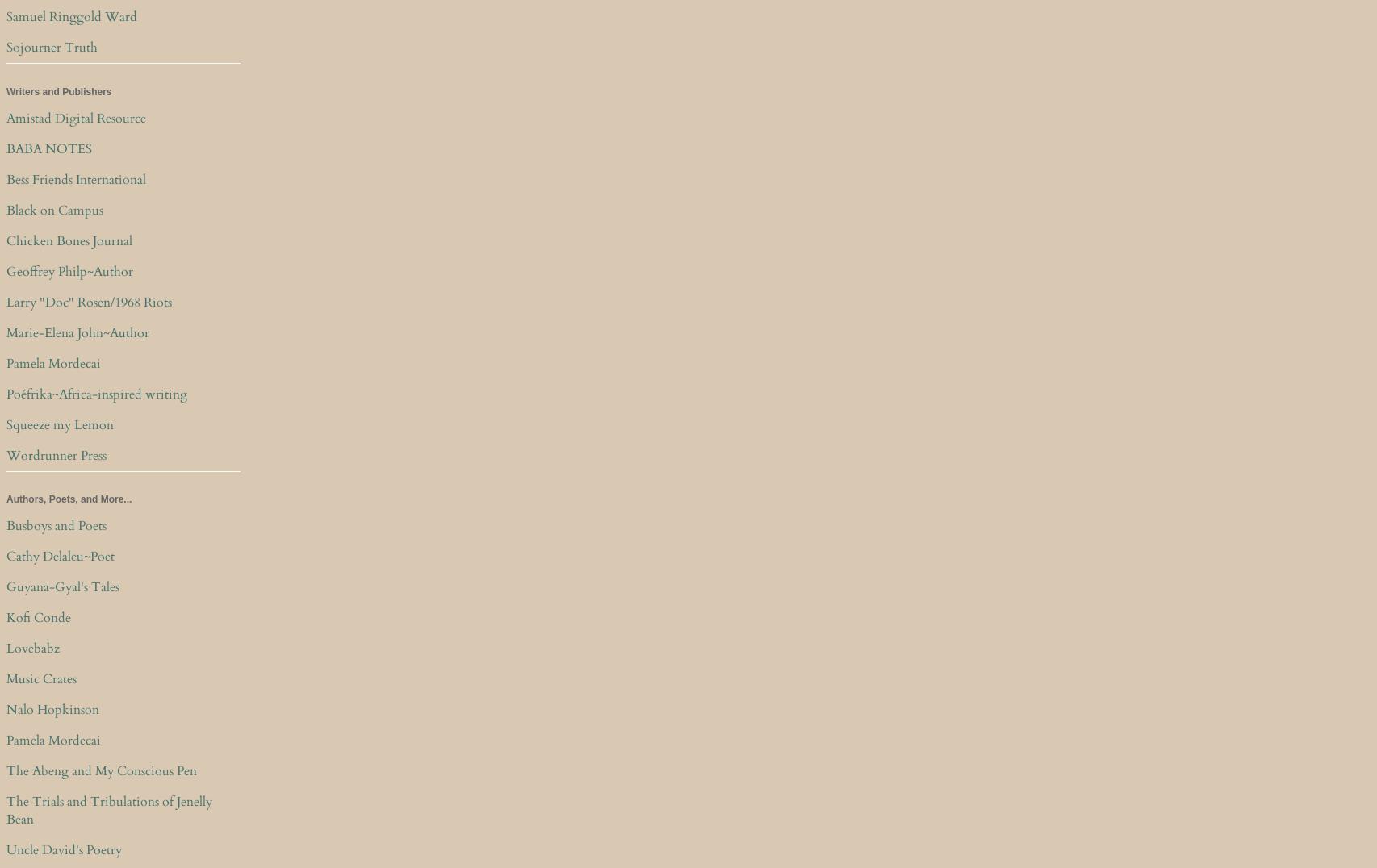  What do you see at coordinates (102, 770) in the screenshot?
I see `'The Abeng and My Conscious Pen'` at bounding box center [102, 770].